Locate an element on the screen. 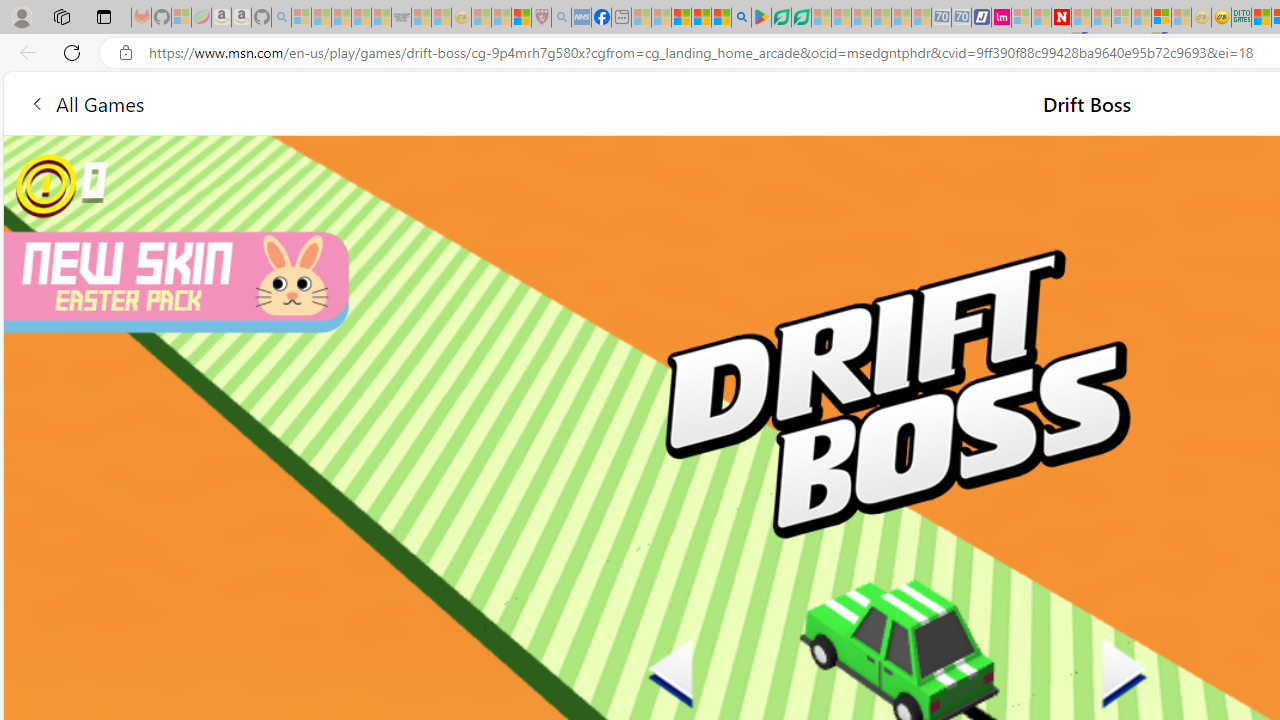  'The Weather Channel - MSN - Sleeping' is located at coordinates (341, 17).